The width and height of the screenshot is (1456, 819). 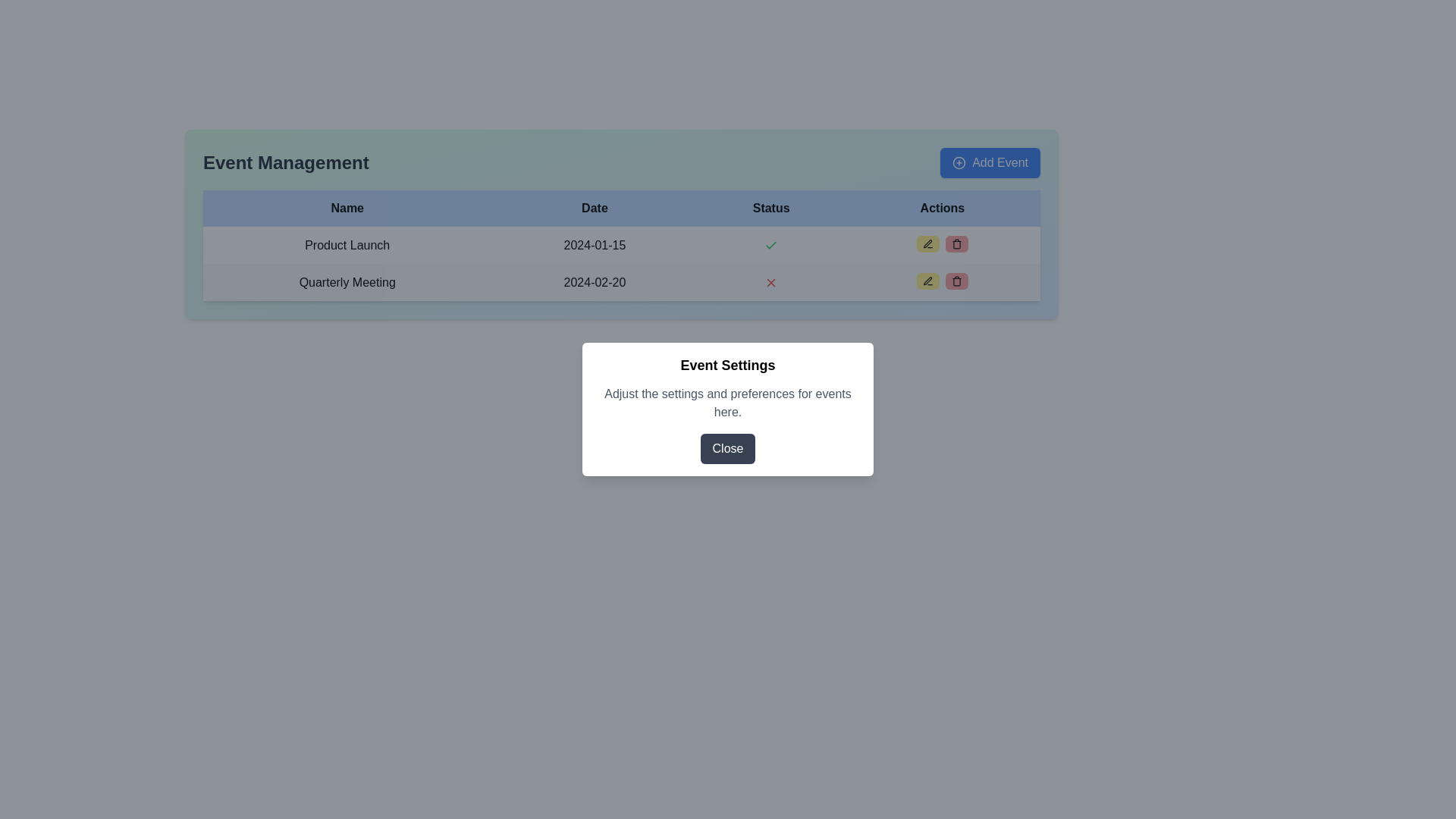 I want to click on the 'Close' button which has a dark gray background and white text, located at the bottom center of the 'Event Settings' modal to change its appearance, so click(x=728, y=447).